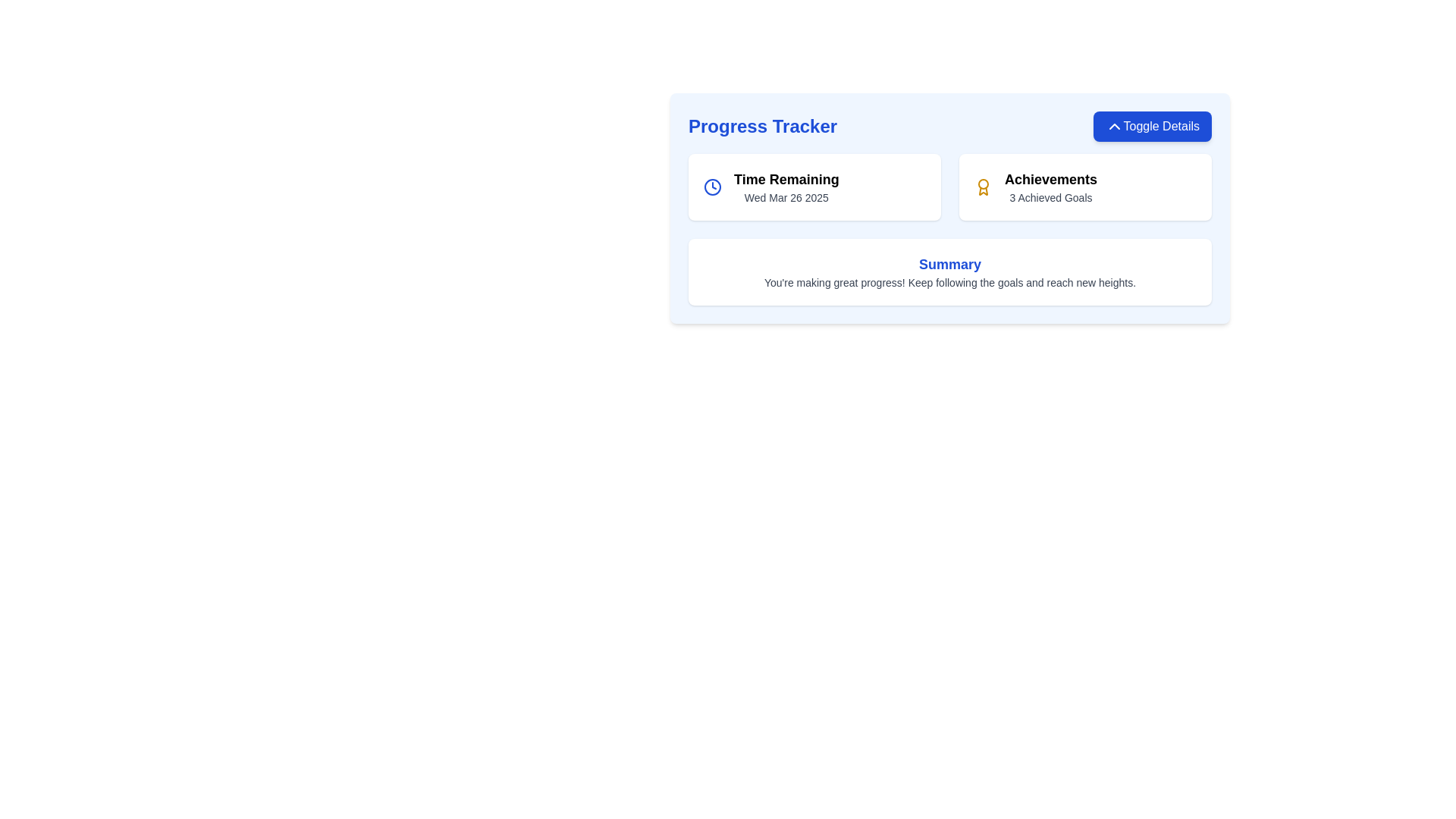 The image size is (1456, 819). What do you see at coordinates (983, 184) in the screenshot?
I see `the circular graphic element of the award badge icon located on the 'Achievements' card in the 'Progress Tracker' section` at bounding box center [983, 184].